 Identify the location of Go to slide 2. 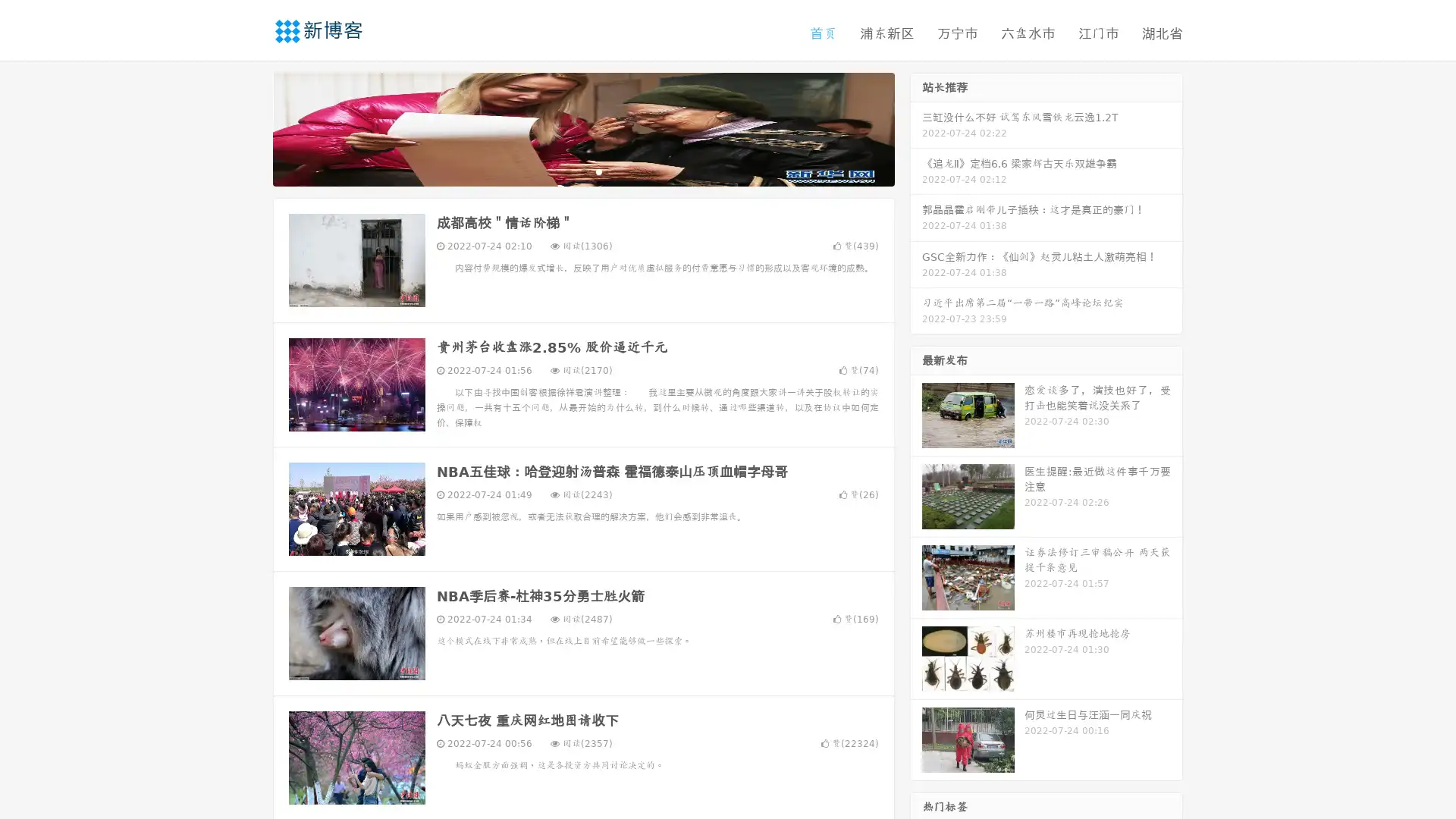
(582, 171).